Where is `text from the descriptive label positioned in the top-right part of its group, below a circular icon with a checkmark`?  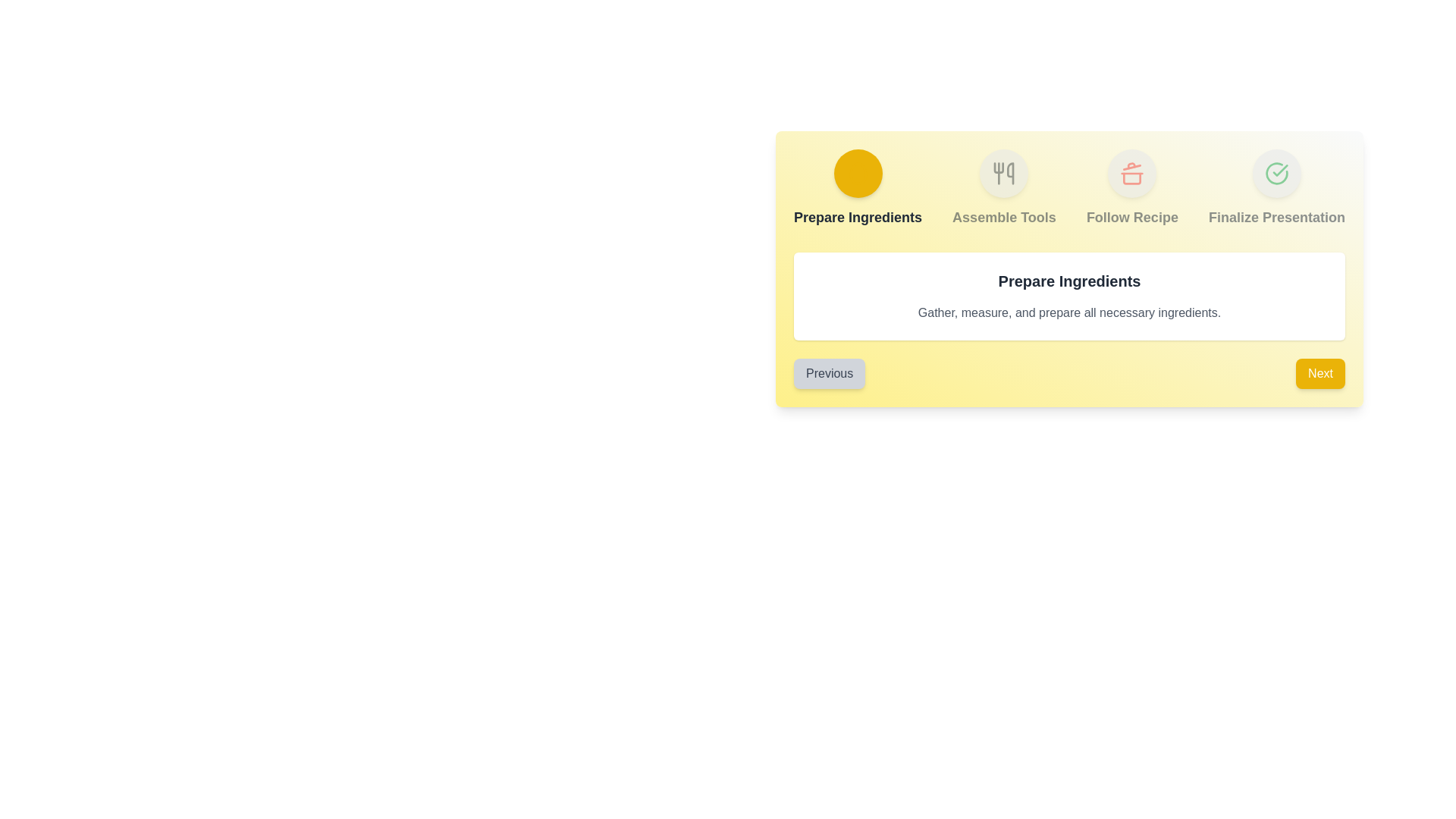
text from the descriptive label positioned in the top-right part of its group, below a circular icon with a checkmark is located at coordinates (1276, 217).